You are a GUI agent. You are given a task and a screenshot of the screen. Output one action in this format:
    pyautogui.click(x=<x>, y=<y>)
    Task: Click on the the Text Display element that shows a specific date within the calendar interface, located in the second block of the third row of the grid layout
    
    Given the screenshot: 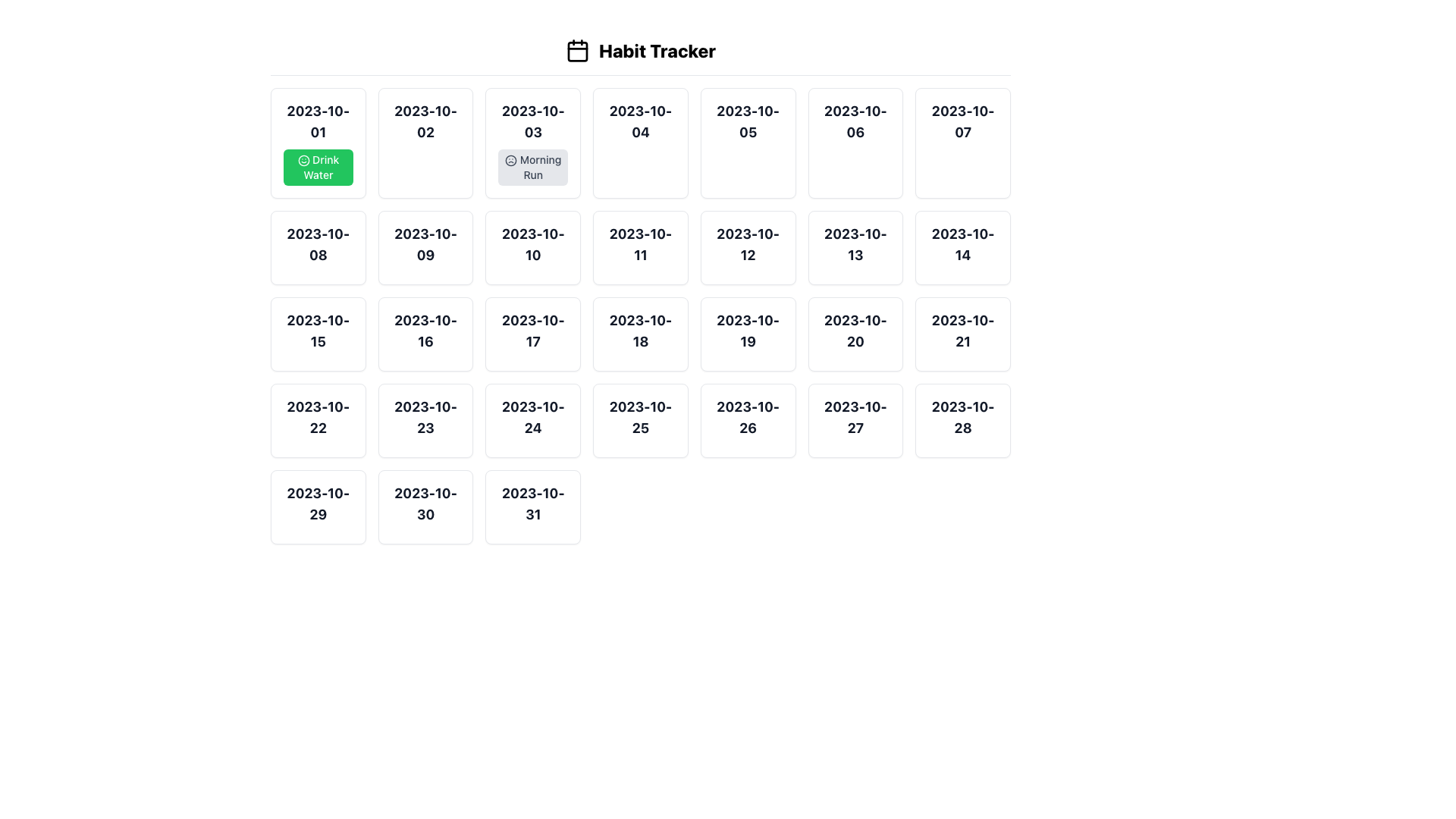 What is the action you would take?
    pyautogui.click(x=317, y=330)
    